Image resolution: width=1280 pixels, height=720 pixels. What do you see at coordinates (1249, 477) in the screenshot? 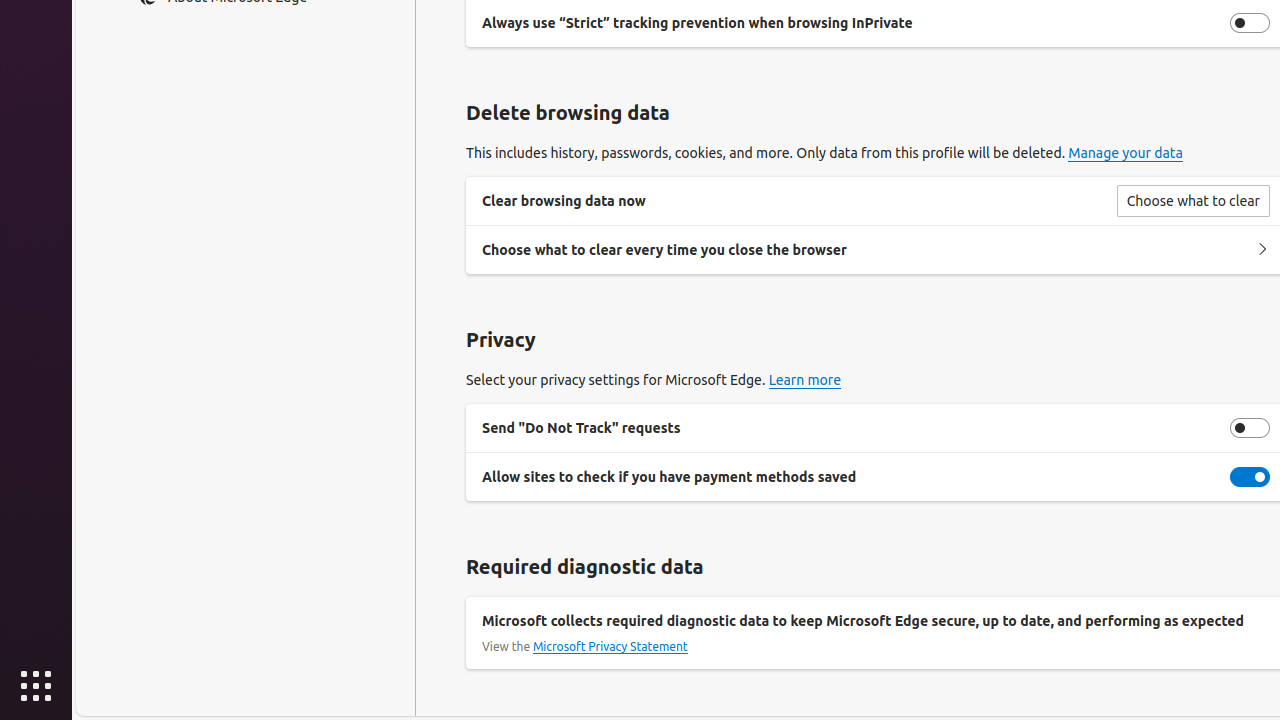
I see `'Allow sites to check if you have payment methods saved'` at bounding box center [1249, 477].